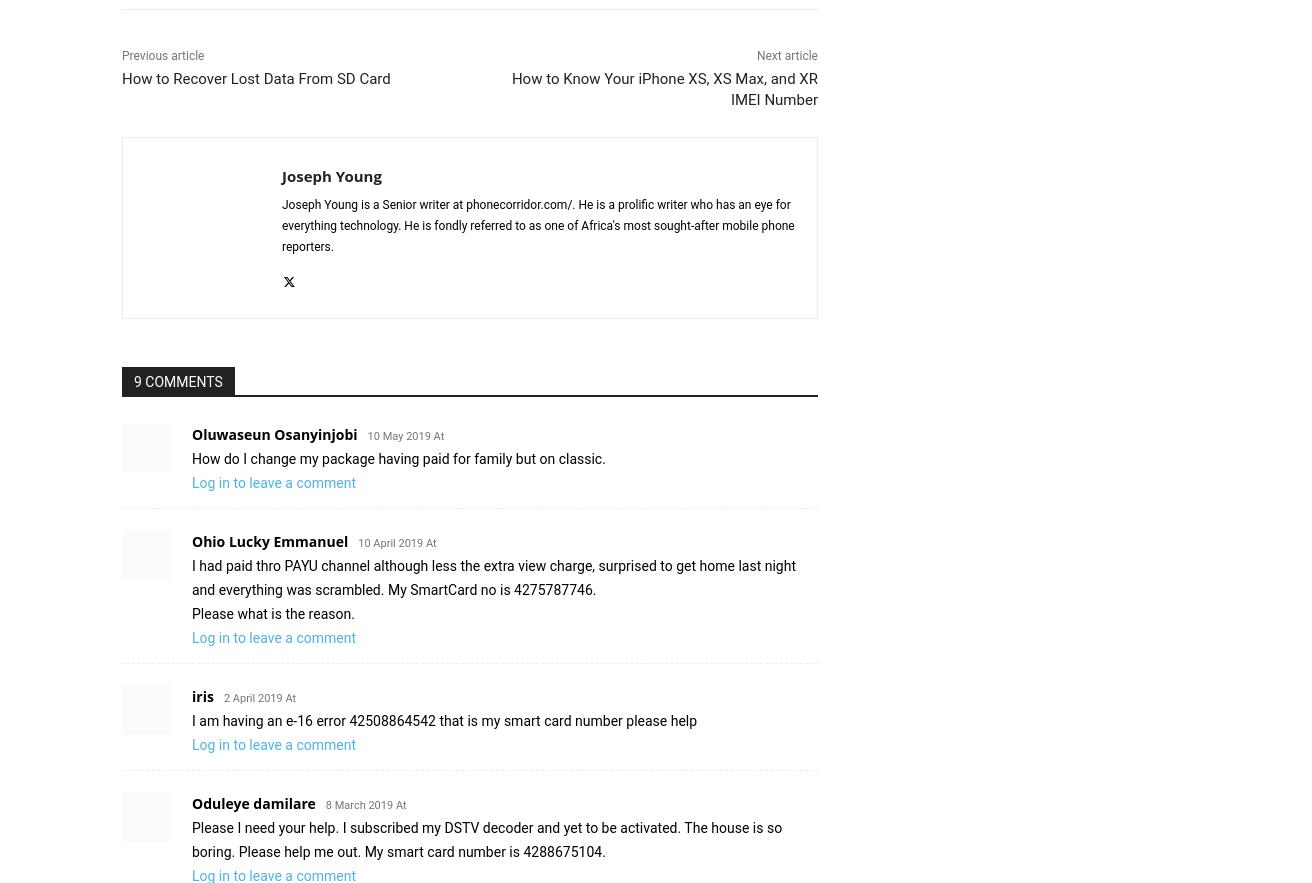  I want to click on 'How do I change my package having paid for family but on classic.', so click(190, 457).